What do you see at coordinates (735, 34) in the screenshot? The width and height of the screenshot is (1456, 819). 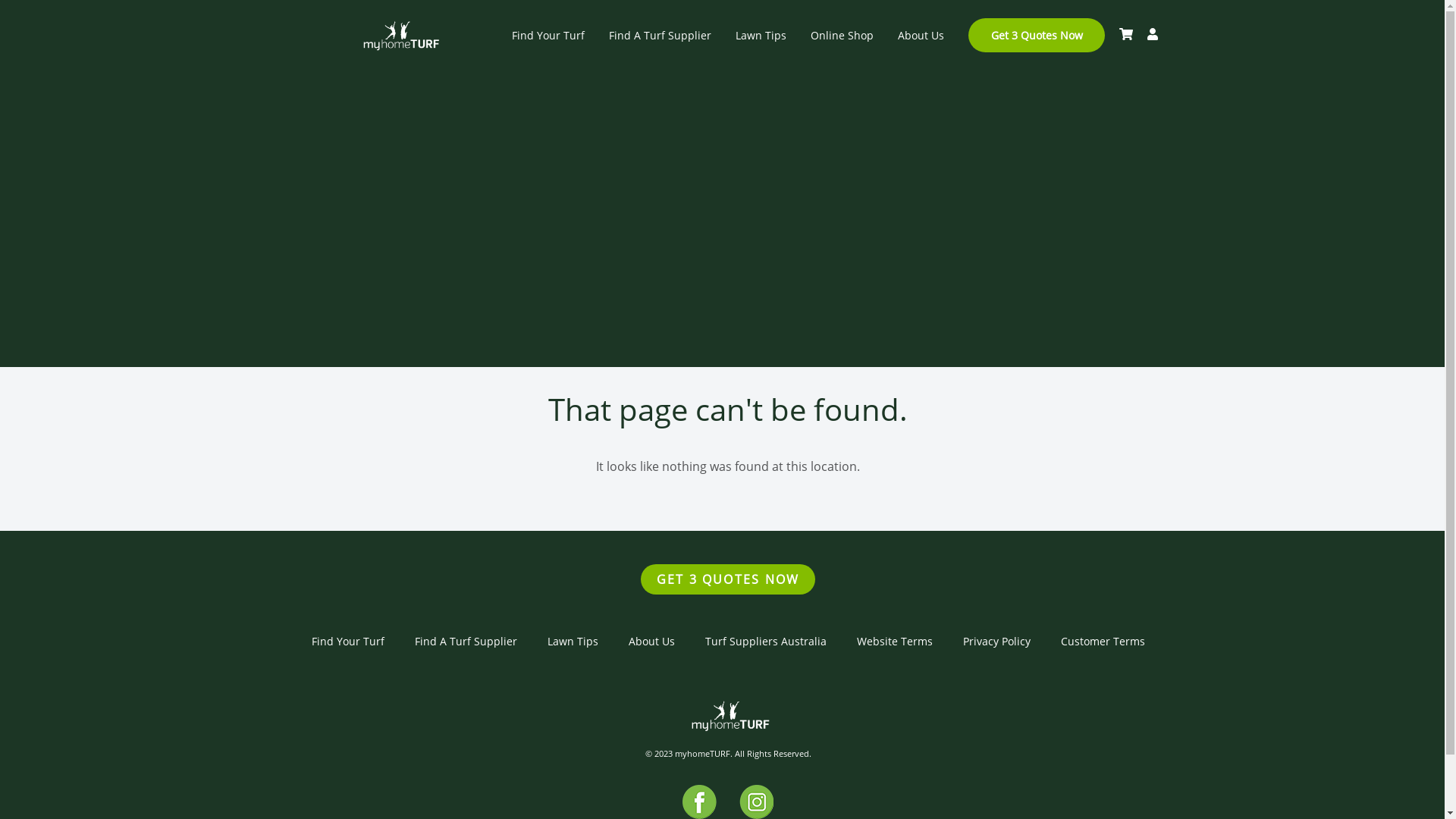 I see `'Lawn Tips'` at bounding box center [735, 34].